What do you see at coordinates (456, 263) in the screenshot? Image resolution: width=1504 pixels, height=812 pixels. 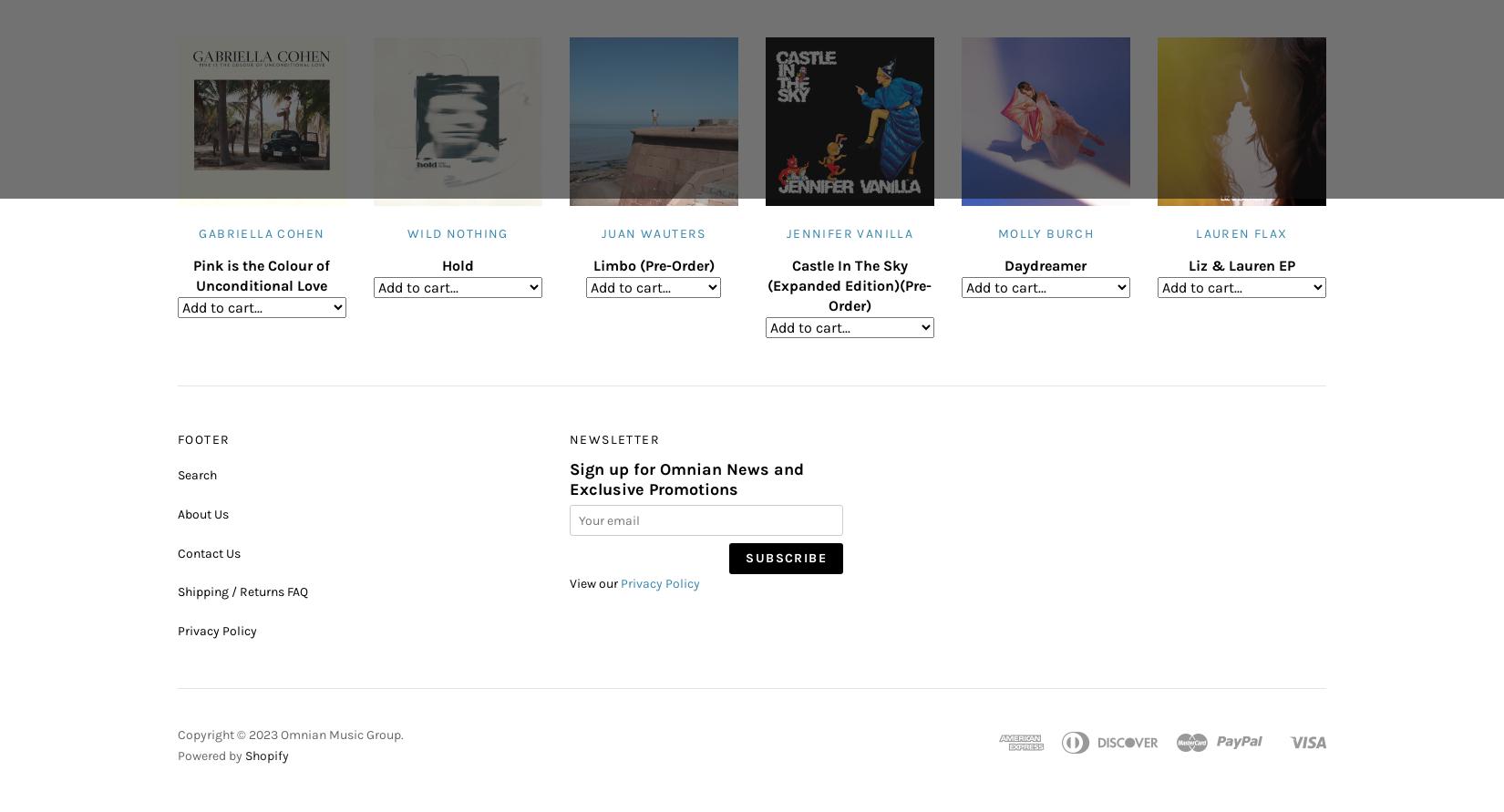 I see `'Hold'` at bounding box center [456, 263].